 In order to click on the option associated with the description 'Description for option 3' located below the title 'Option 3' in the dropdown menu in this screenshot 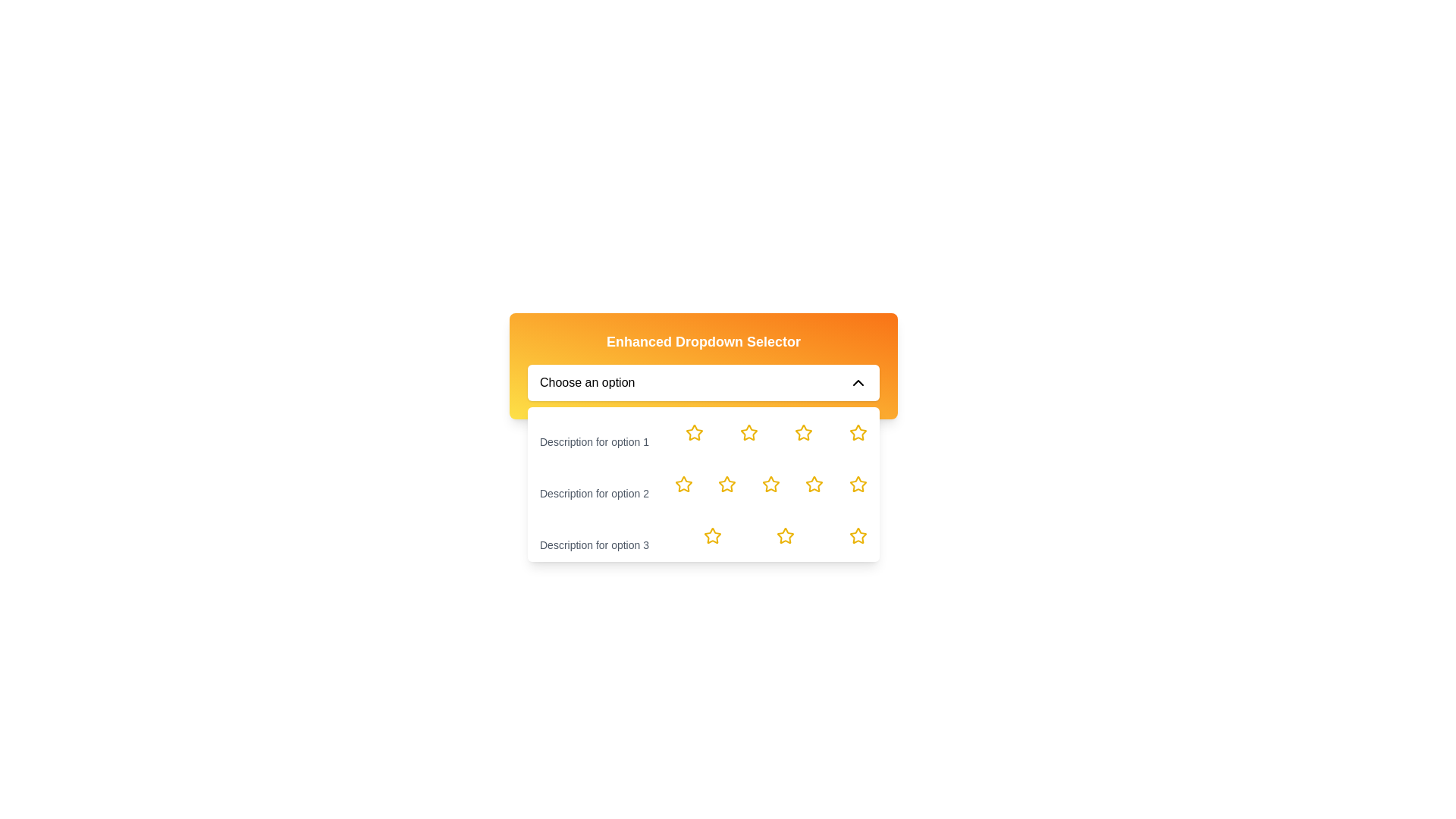, I will do `click(593, 544)`.